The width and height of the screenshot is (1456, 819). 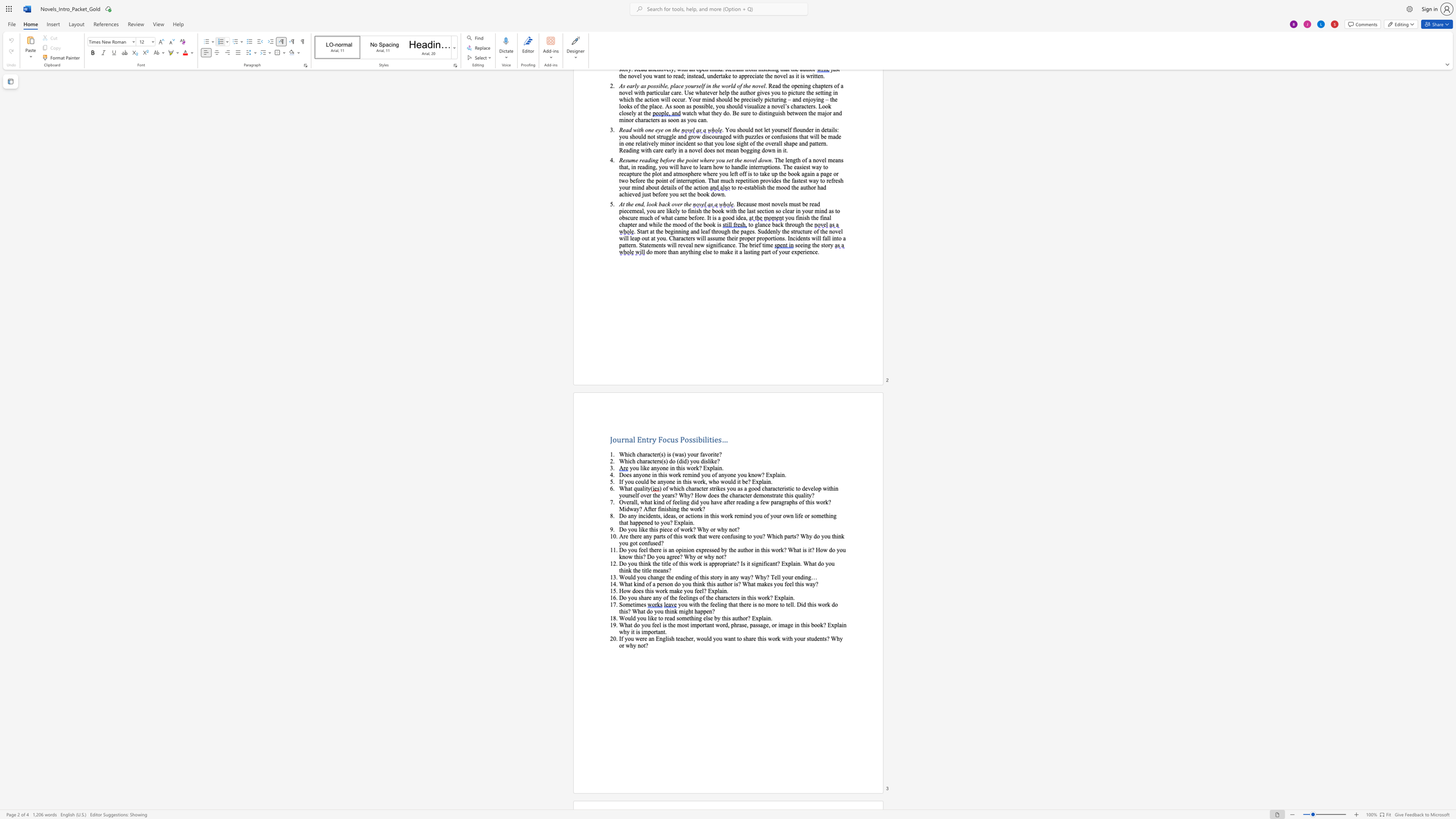 I want to click on the 1th character "m" in the text, so click(x=628, y=604).